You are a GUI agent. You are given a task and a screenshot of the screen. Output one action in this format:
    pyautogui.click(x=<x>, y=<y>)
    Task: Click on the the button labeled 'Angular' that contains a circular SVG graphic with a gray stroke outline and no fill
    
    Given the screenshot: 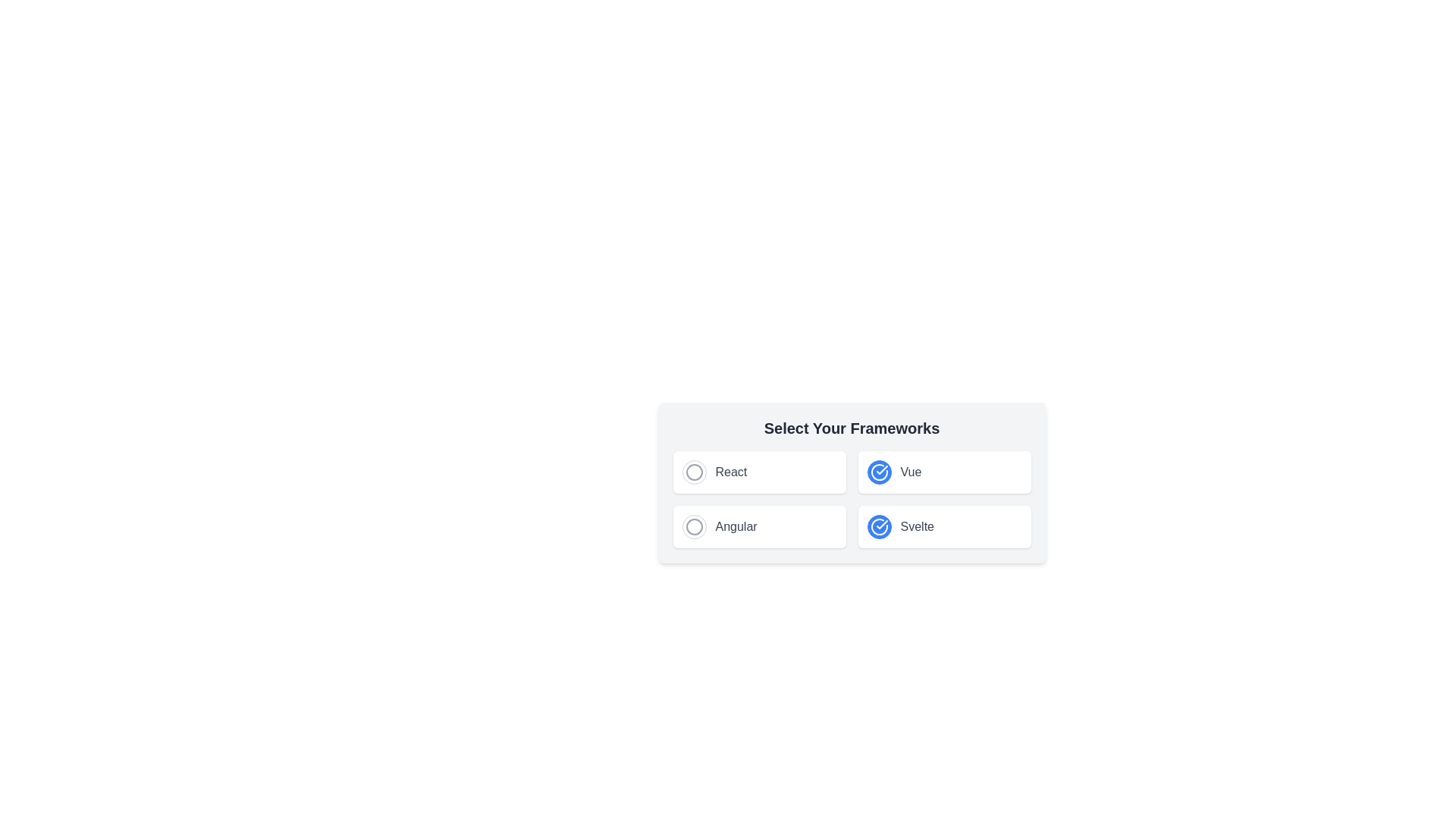 What is the action you would take?
    pyautogui.click(x=693, y=526)
    